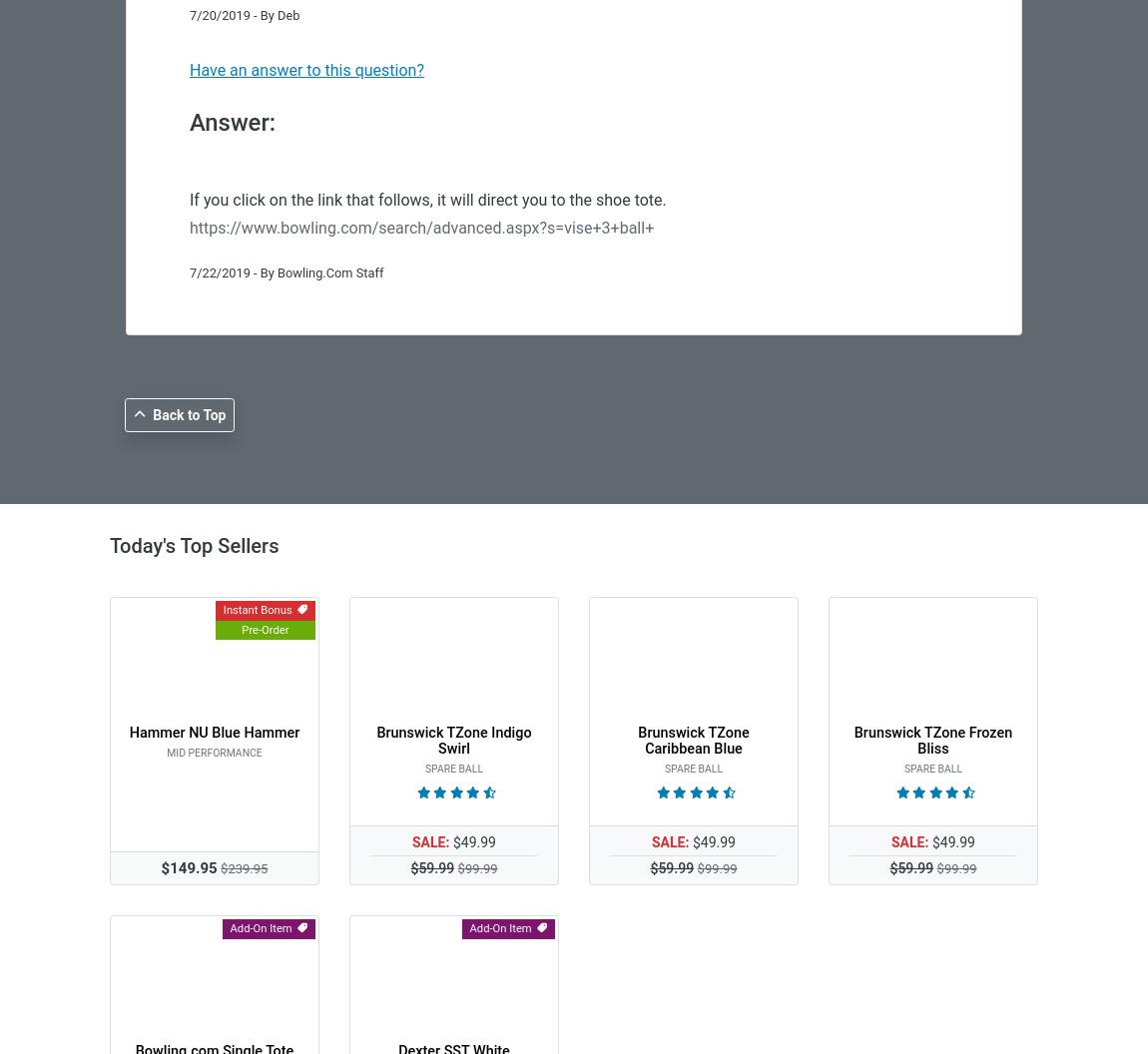  I want to click on 'Today's Top Sellers', so click(193, 546).